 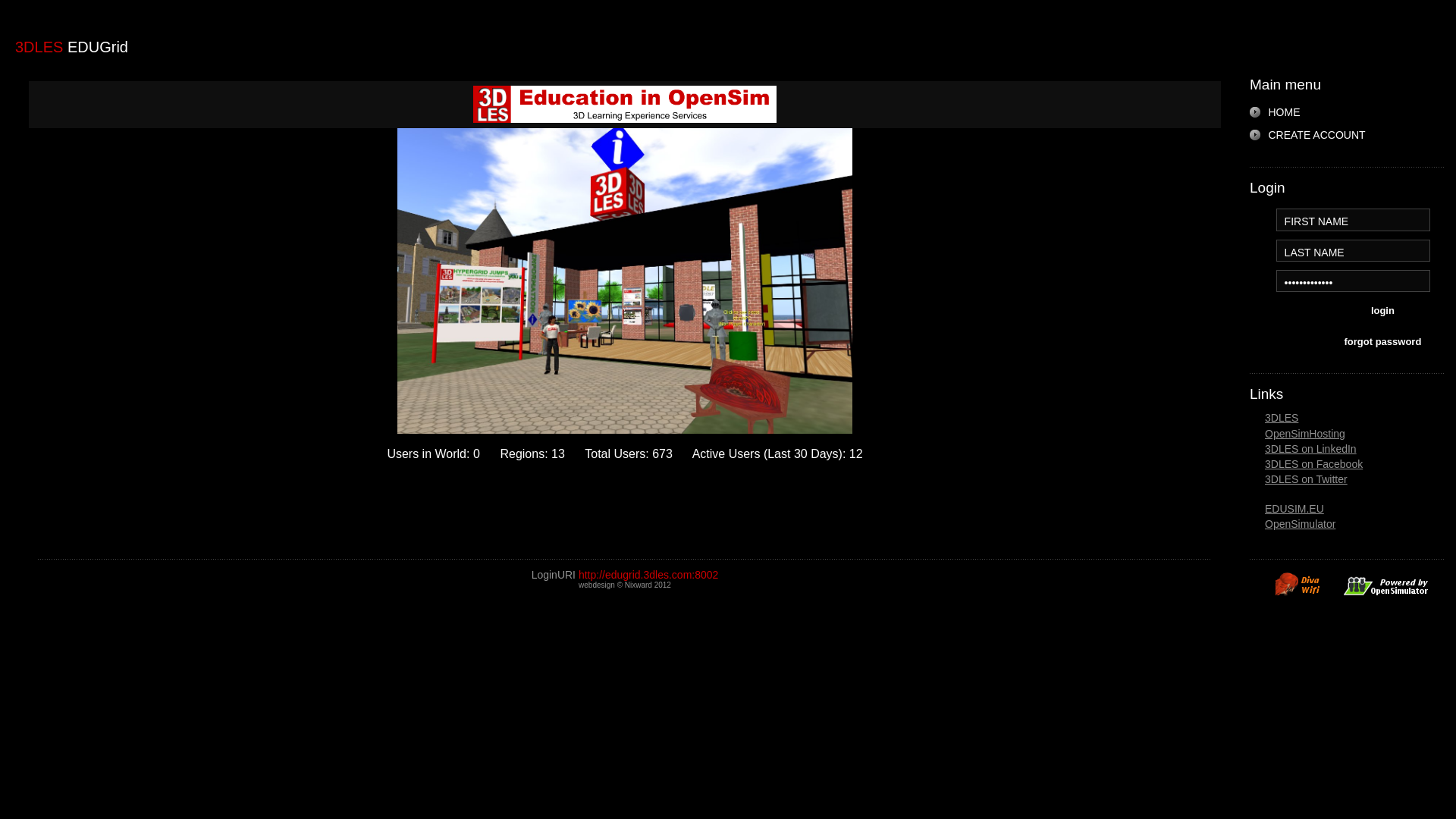 What do you see at coordinates (1276, 111) in the screenshot?
I see `'HOME'` at bounding box center [1276, 111].